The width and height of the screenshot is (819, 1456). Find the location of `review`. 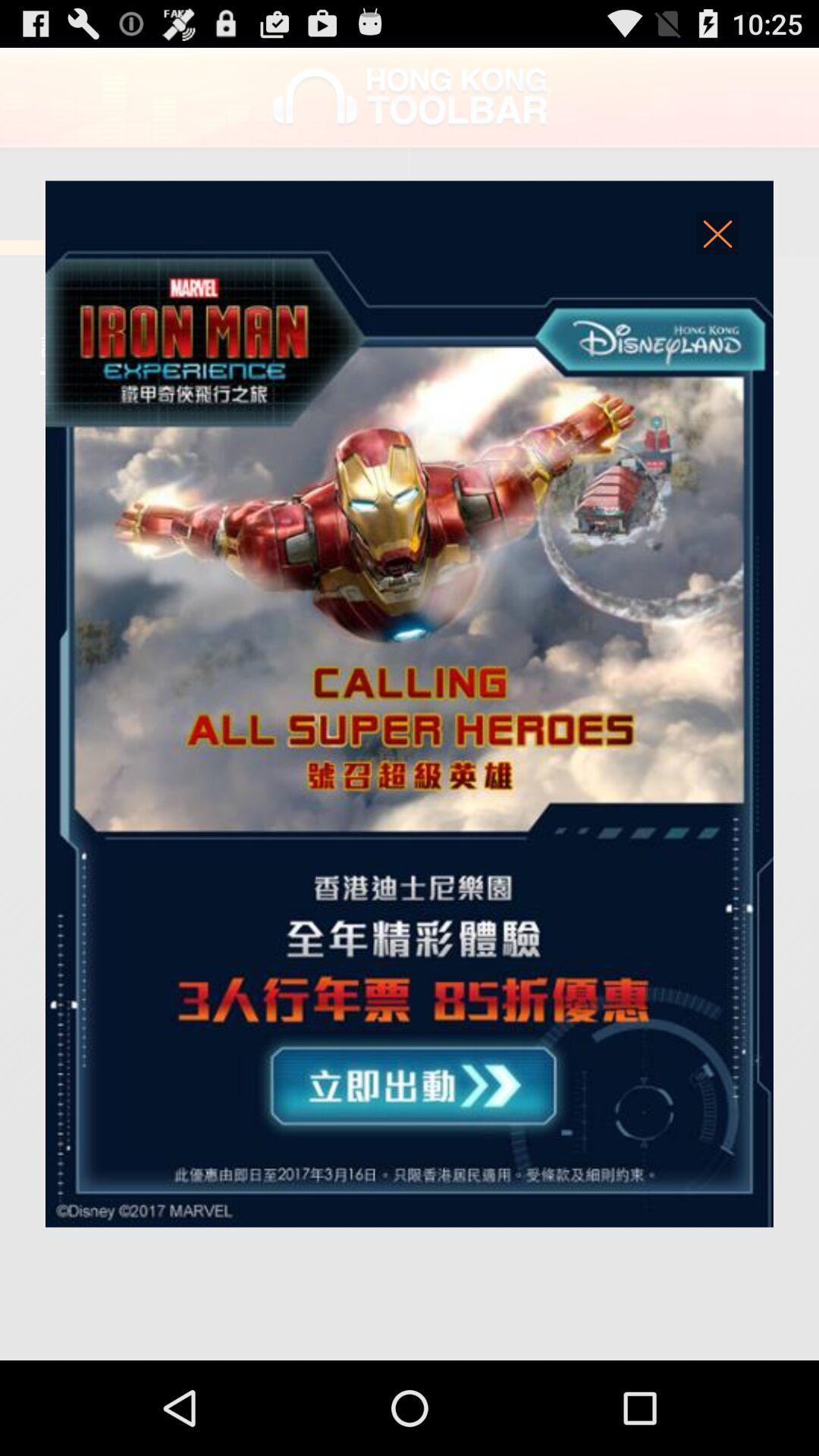

review is located at coordinates (409, 703).